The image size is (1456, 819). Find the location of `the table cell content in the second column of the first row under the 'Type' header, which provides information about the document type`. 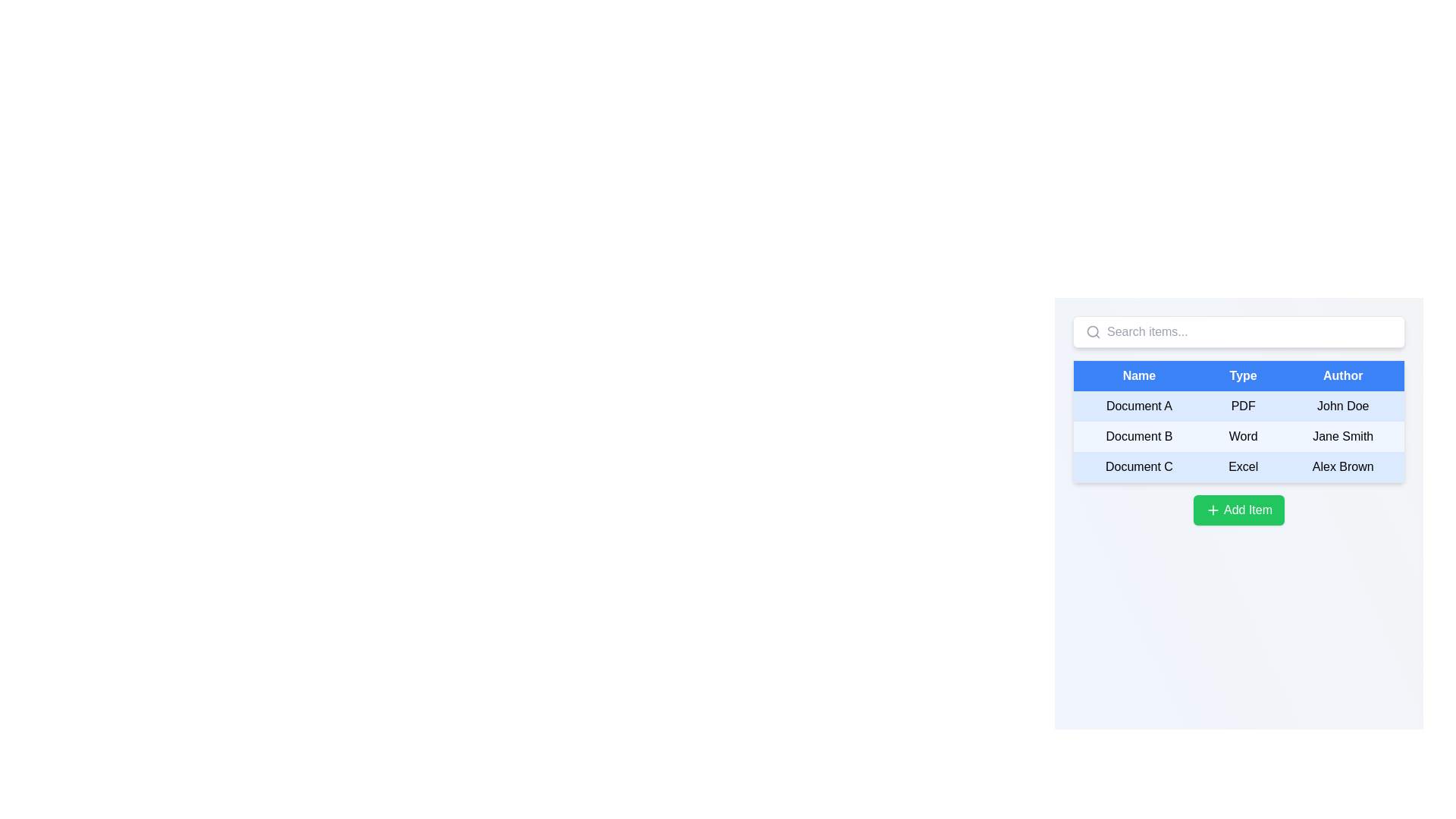

the table cell content in the second column of the first row under the 'Type' header, which provides information about the document type is located at coordinates (1238, 406).